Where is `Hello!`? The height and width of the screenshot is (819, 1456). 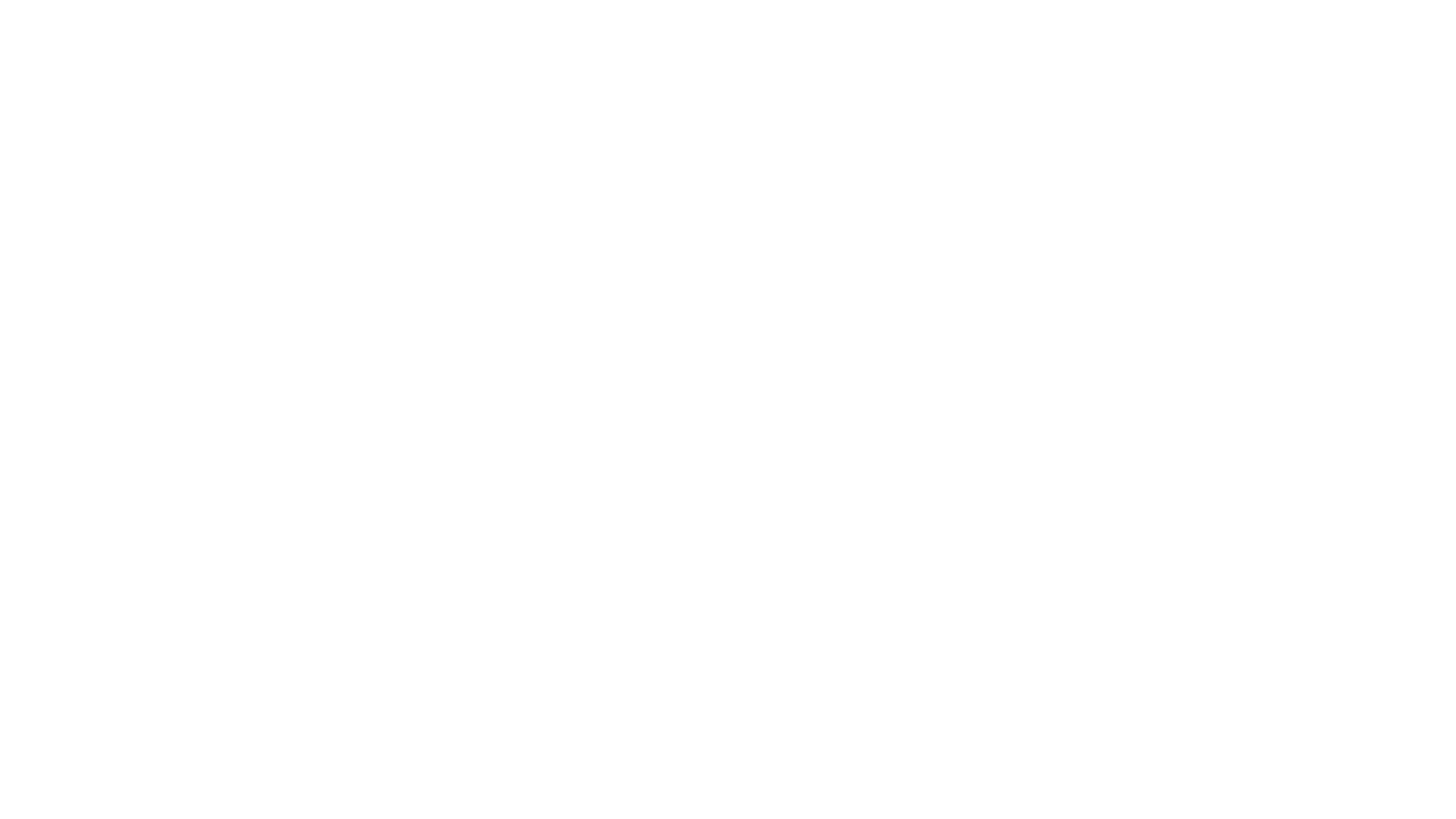
Hello! is located at coordinates (191, 17).